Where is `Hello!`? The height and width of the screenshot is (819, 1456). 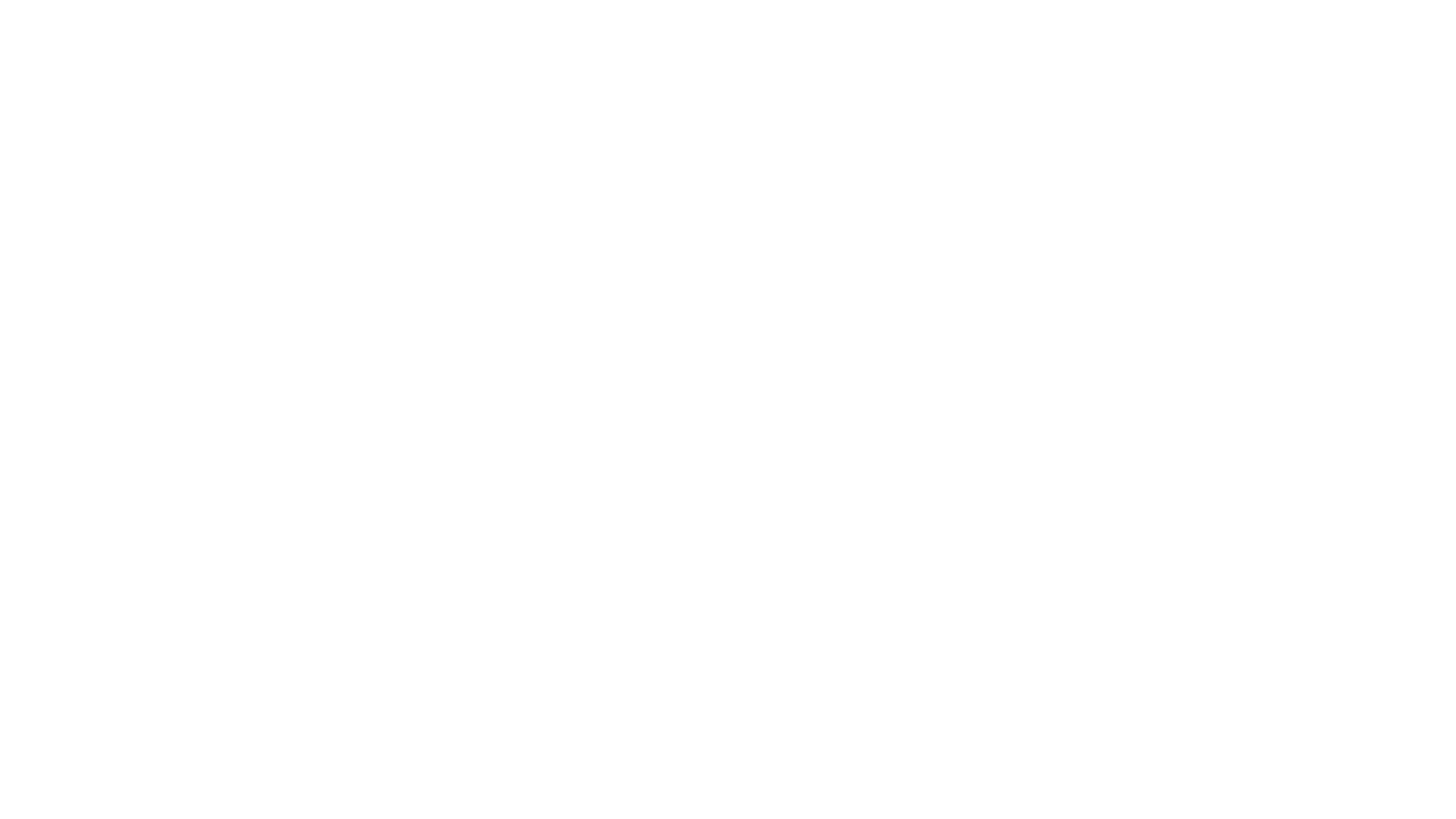
Hello! is located at coordinates (191, 17).